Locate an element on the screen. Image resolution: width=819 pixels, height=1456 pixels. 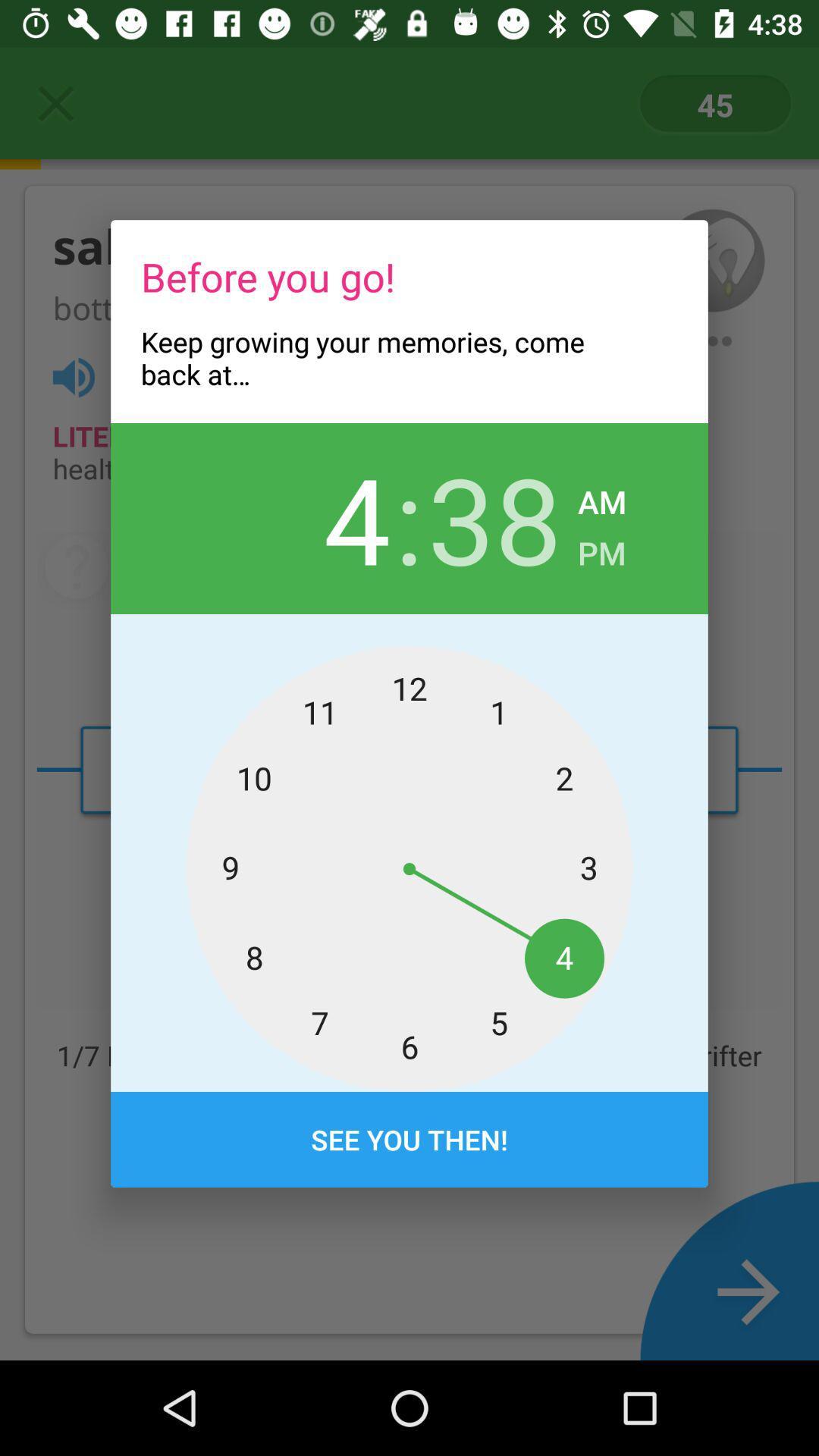
icon next to 38 icon is located at coordinates (601, 497).